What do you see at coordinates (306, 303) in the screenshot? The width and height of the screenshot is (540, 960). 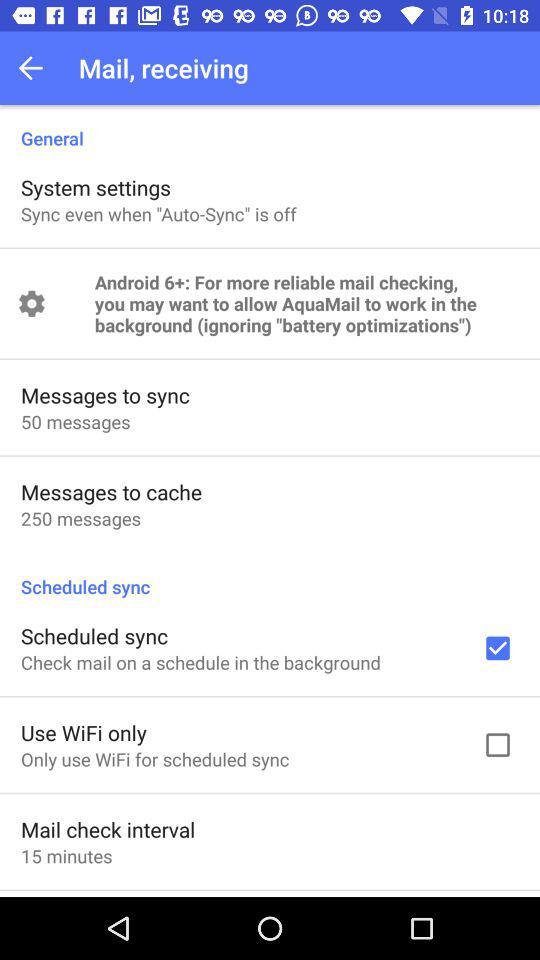 I see `the app above the messages to sync app` at bounding box center [306, 303].